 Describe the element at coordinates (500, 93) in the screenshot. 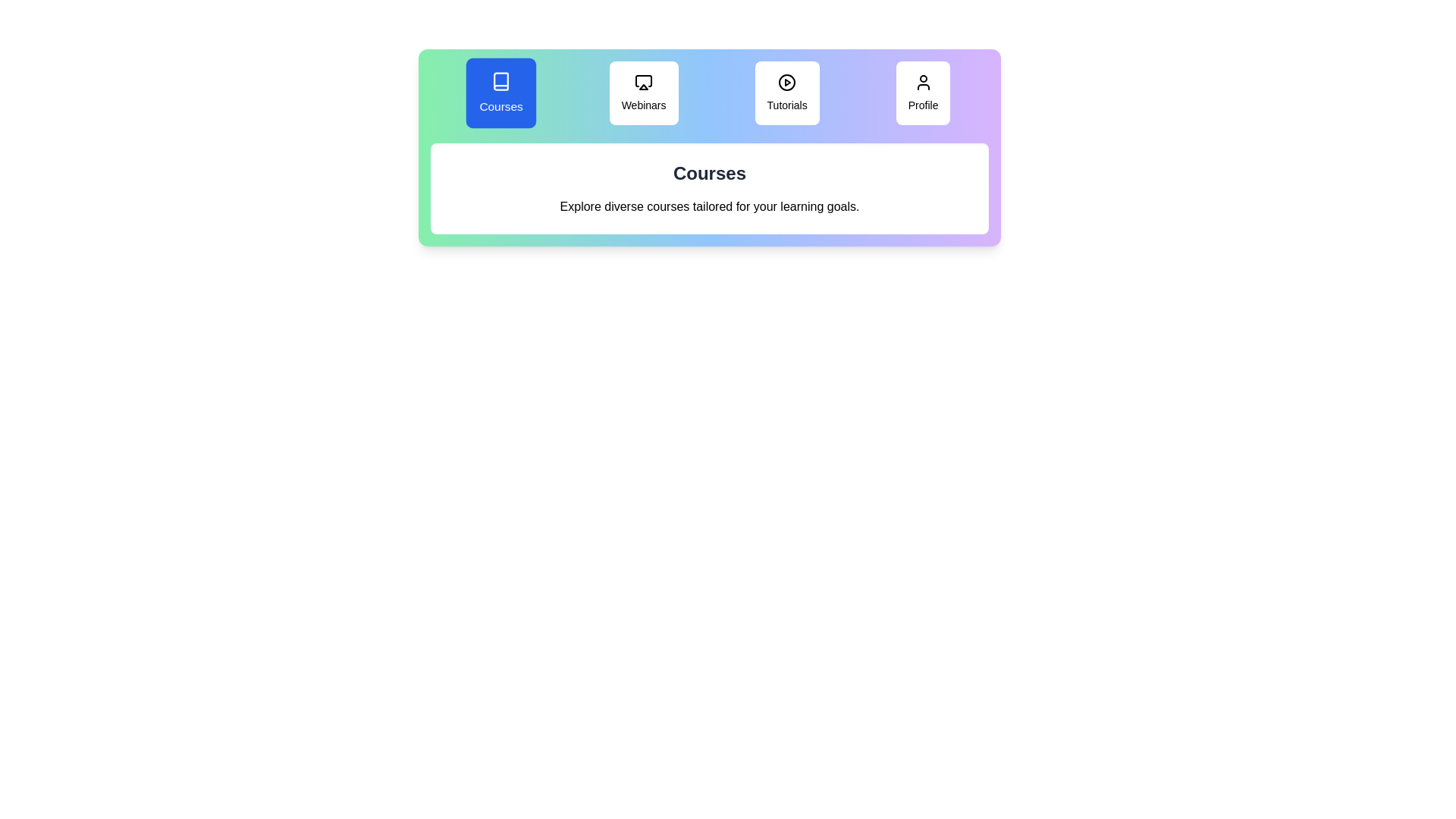

I see `the tab labeled Courses` at that location.